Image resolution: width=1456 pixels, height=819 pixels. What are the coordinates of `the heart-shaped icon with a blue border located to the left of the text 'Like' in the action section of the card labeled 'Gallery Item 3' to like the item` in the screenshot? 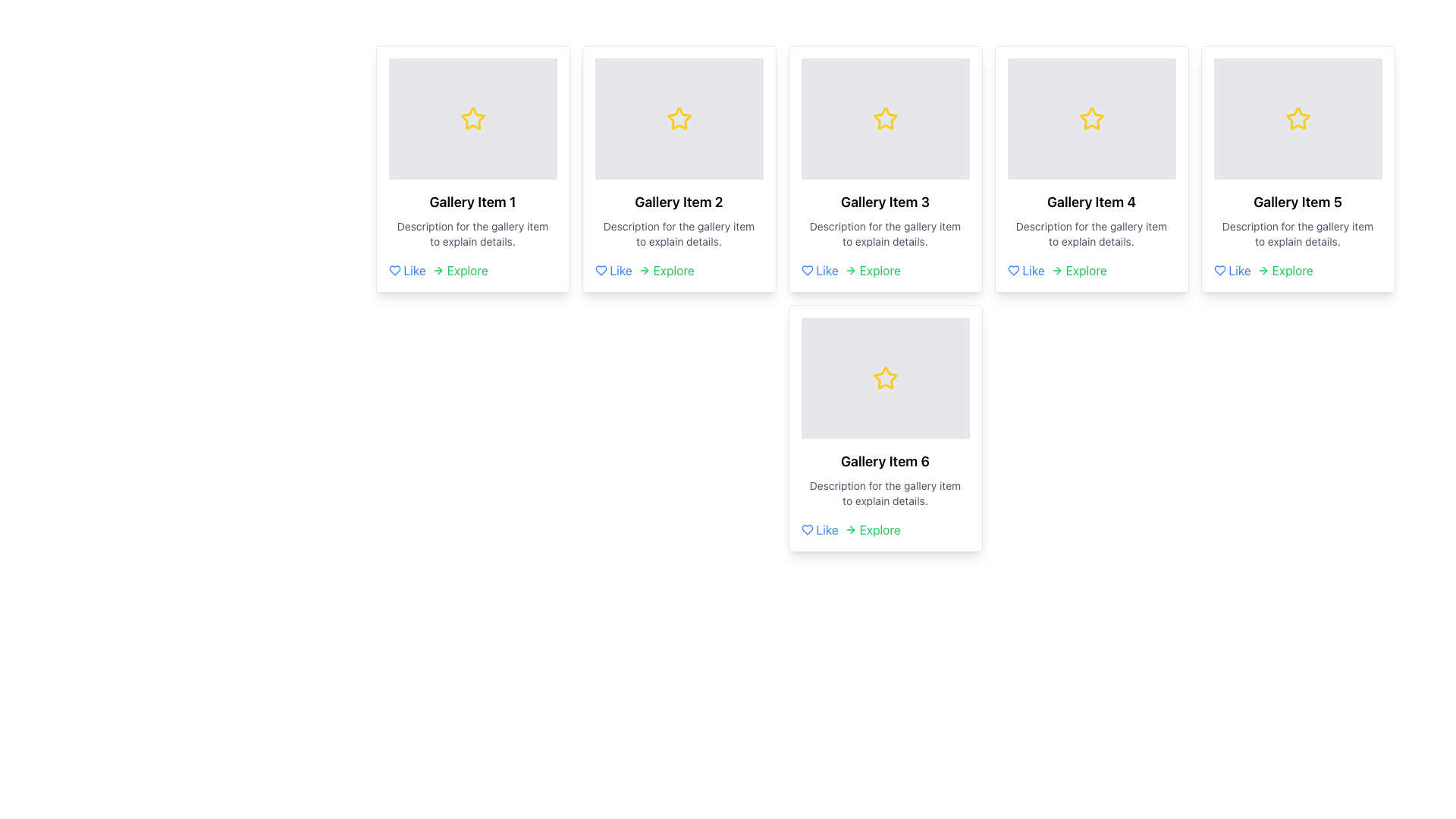 It's located at (806, 270).